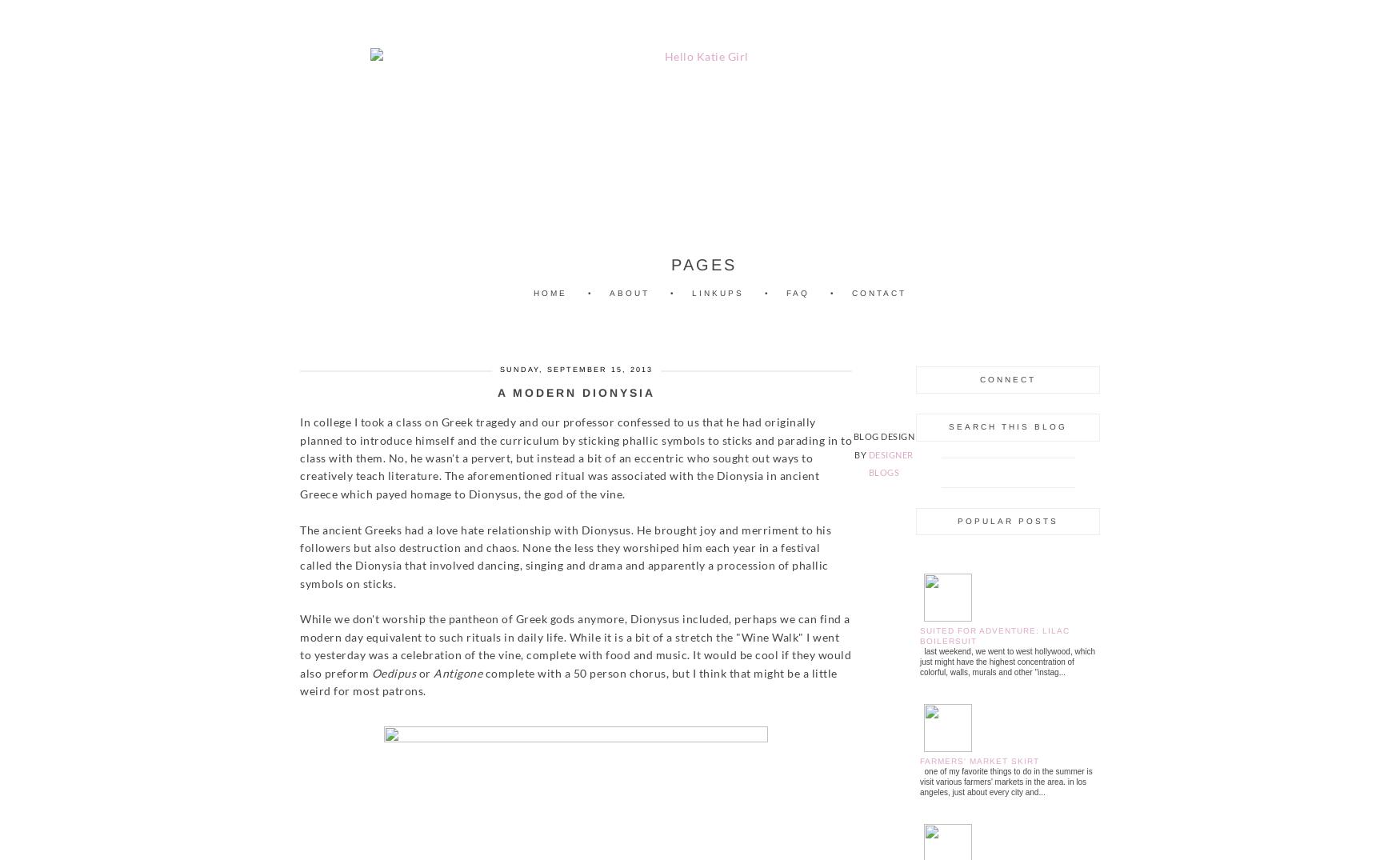 This screenshot has height=860, width=1400. What do you see at coordinates (798, 293) in the screenshot?
I see `'FAQ'` at bounding box center [798, 293].